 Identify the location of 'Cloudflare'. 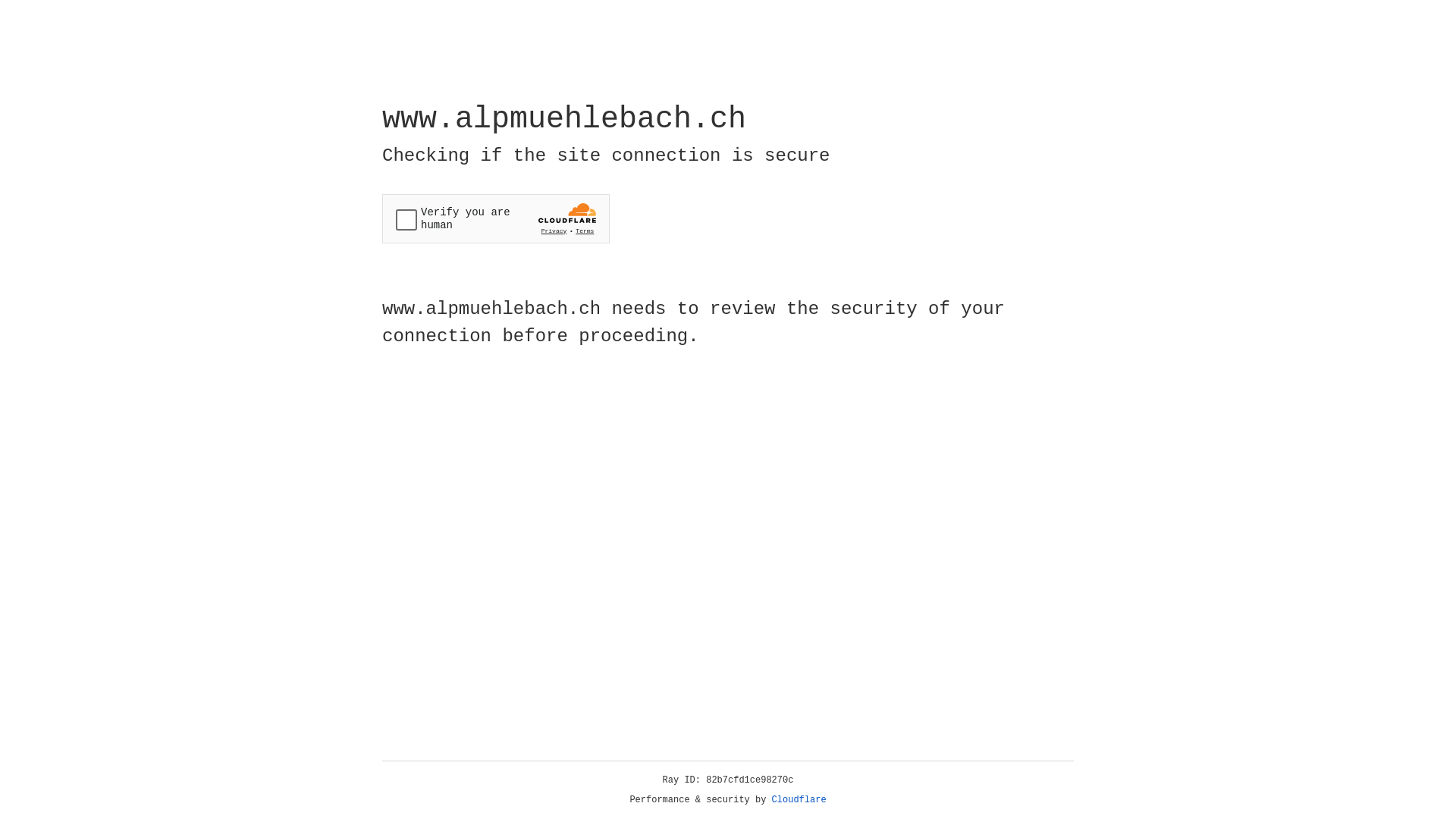
(771, 799).